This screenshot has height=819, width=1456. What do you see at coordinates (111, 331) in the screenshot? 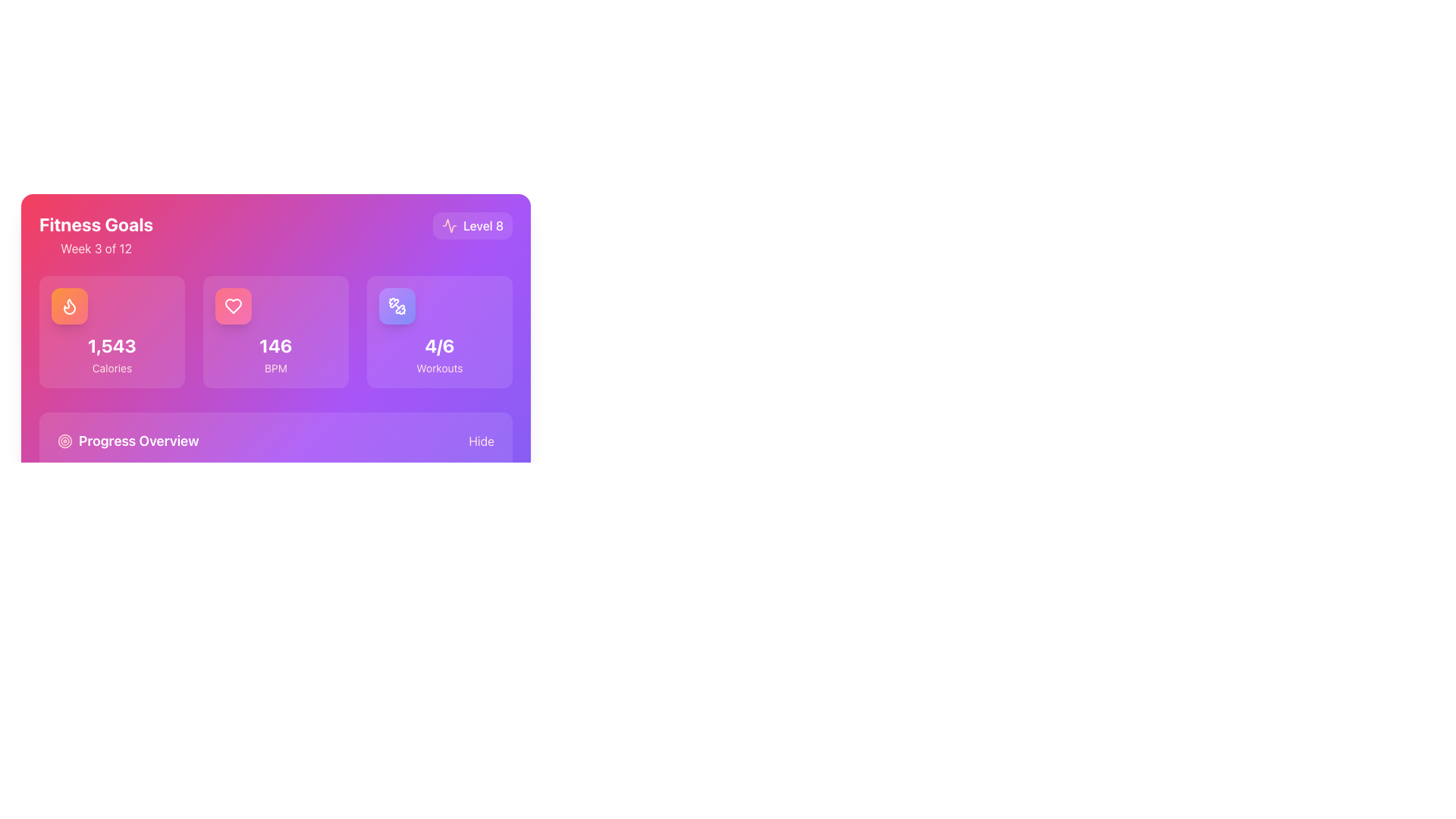
I see `the first card in the row with a flame icon and the label 'Calories' showing a value of '1,543'` at bounding box center [111, 331].